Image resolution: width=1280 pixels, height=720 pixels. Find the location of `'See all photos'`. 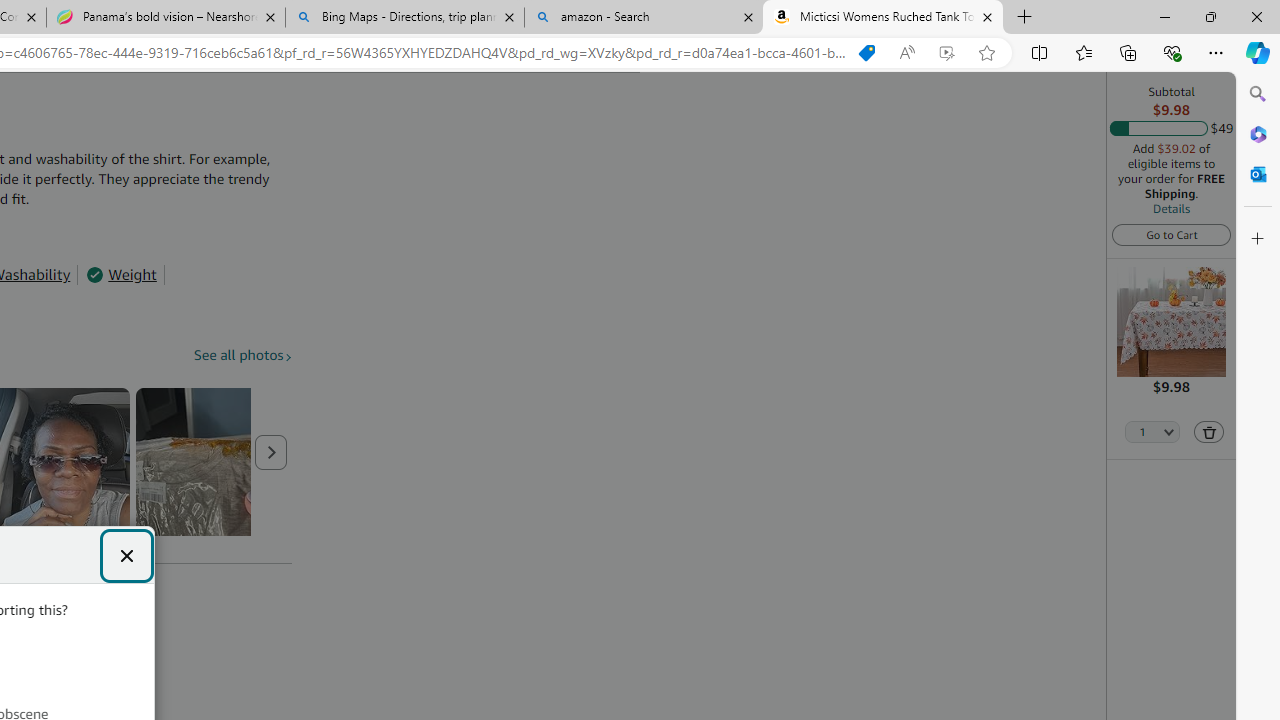

'See all photos' is located at coordinates (242, 354).